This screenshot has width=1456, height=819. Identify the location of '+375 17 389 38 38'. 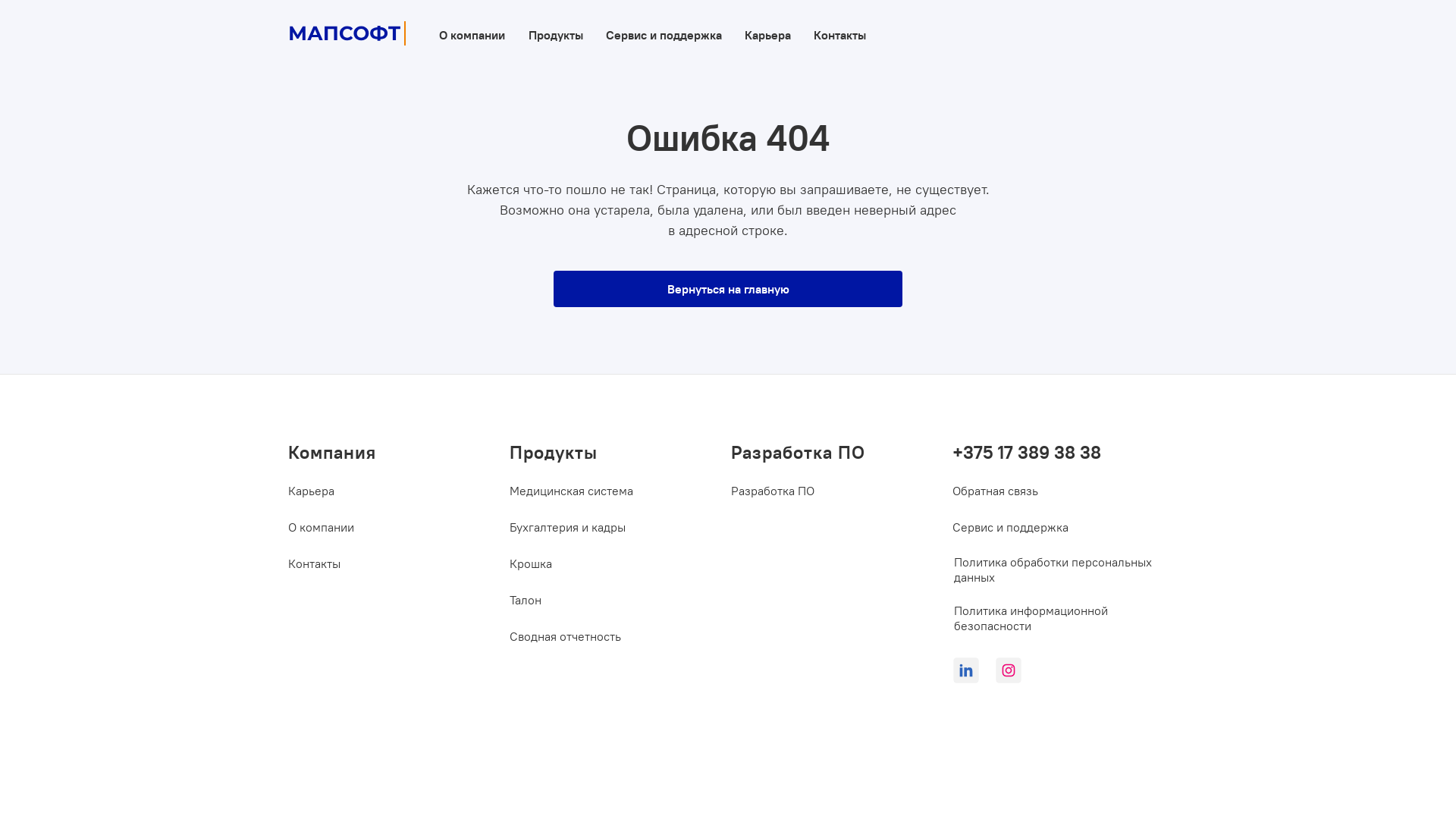
(1050, 451).